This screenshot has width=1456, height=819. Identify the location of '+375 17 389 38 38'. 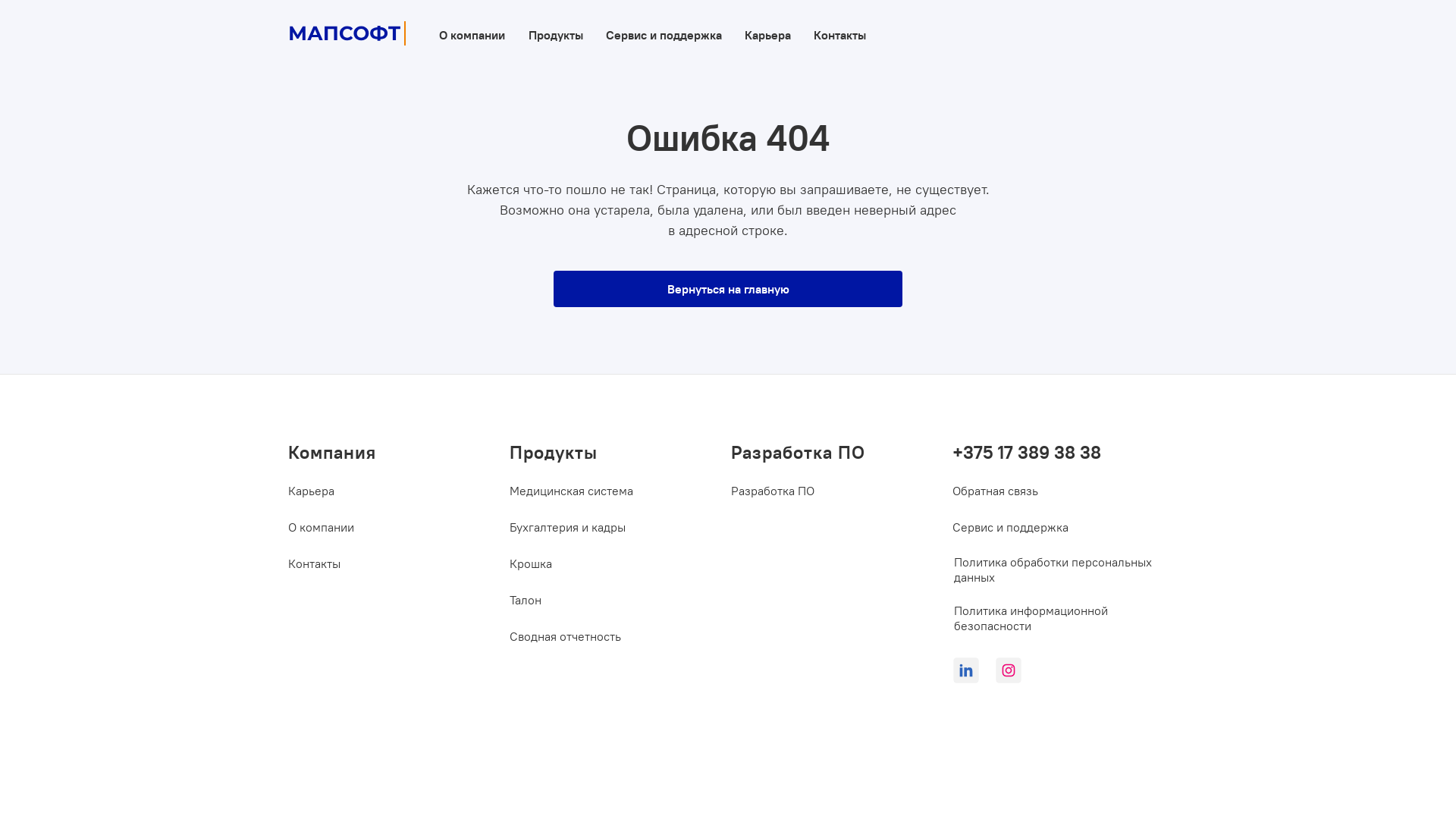
(1050, 451).